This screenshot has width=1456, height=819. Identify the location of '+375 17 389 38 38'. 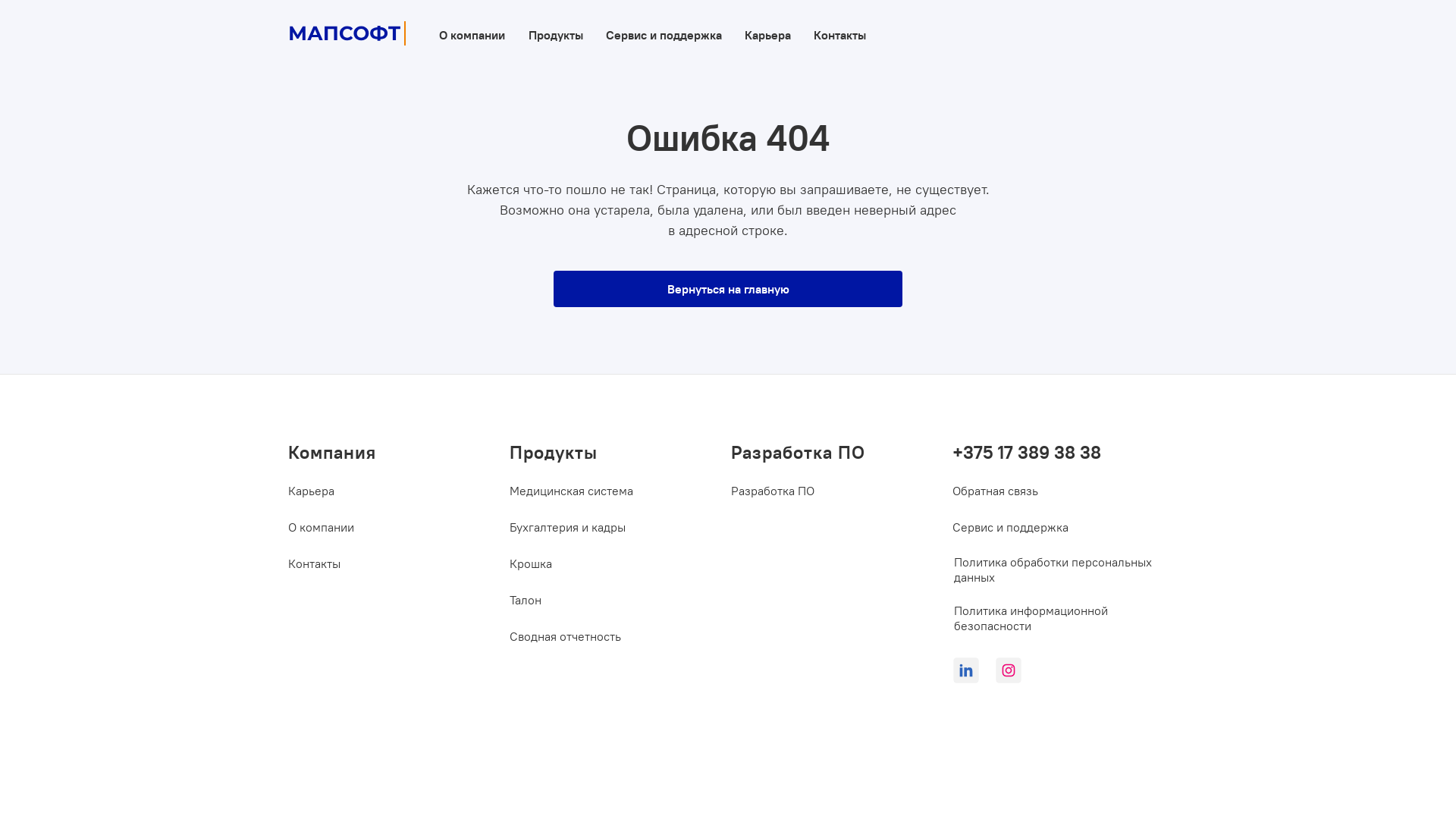
(1050, 451).